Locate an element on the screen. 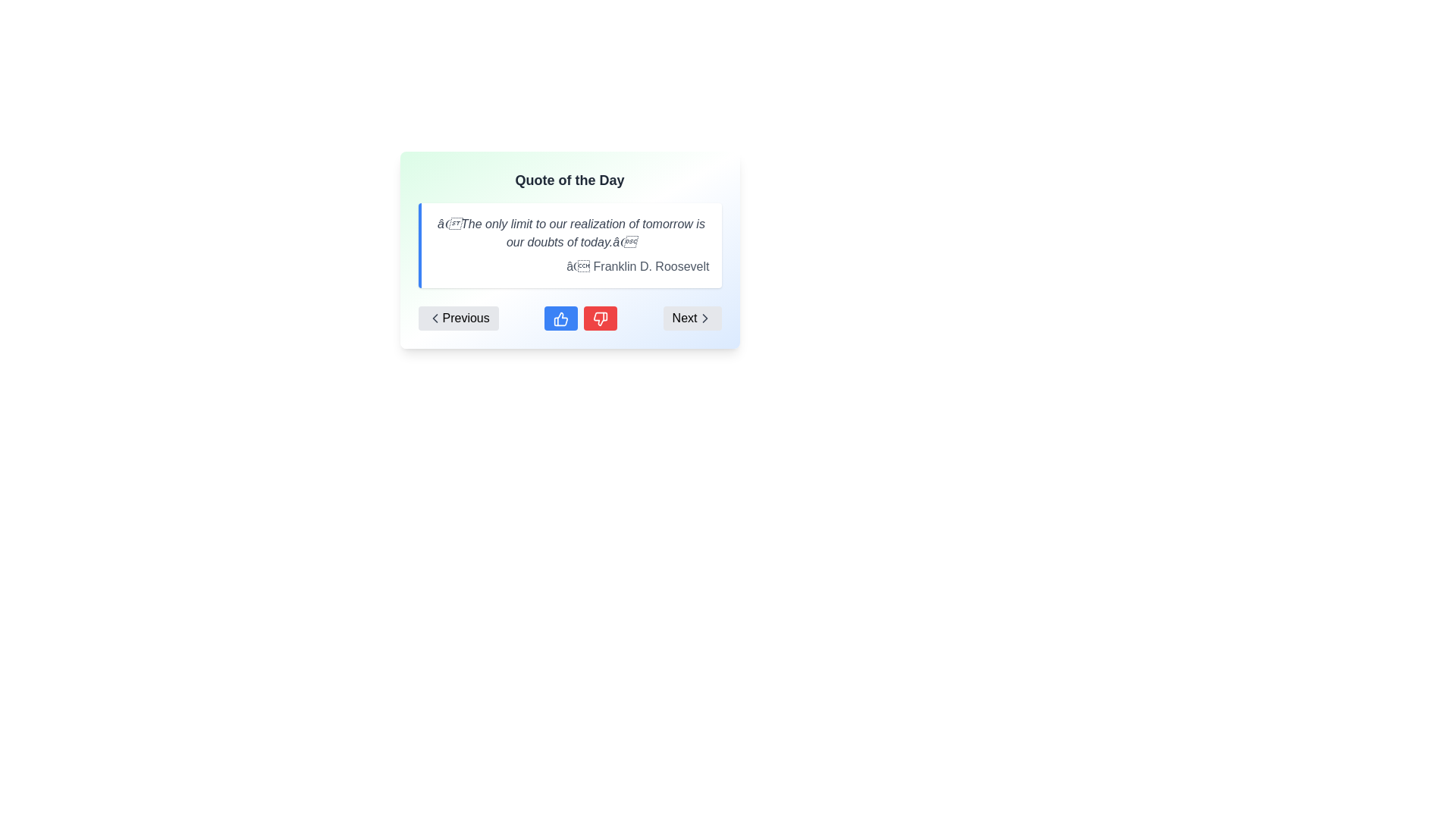 This screenshot has width=1456, height=819. the Text Display element that presents a motivational quote, positioned above the attribution text for Franklin D. Roosevelt in the 'Quote of the Day' panel is located at coordinates (570, 234).